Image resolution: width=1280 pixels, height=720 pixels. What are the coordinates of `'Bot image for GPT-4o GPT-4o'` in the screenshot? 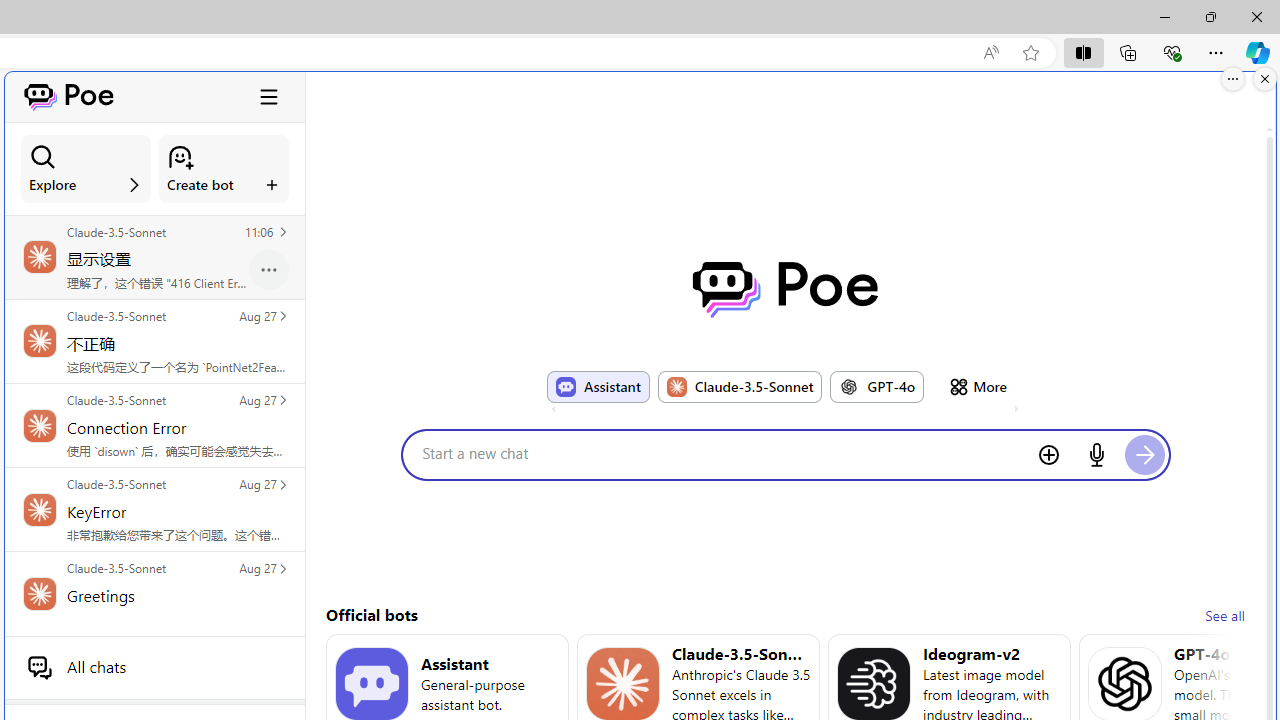 It's located at (877, 386).